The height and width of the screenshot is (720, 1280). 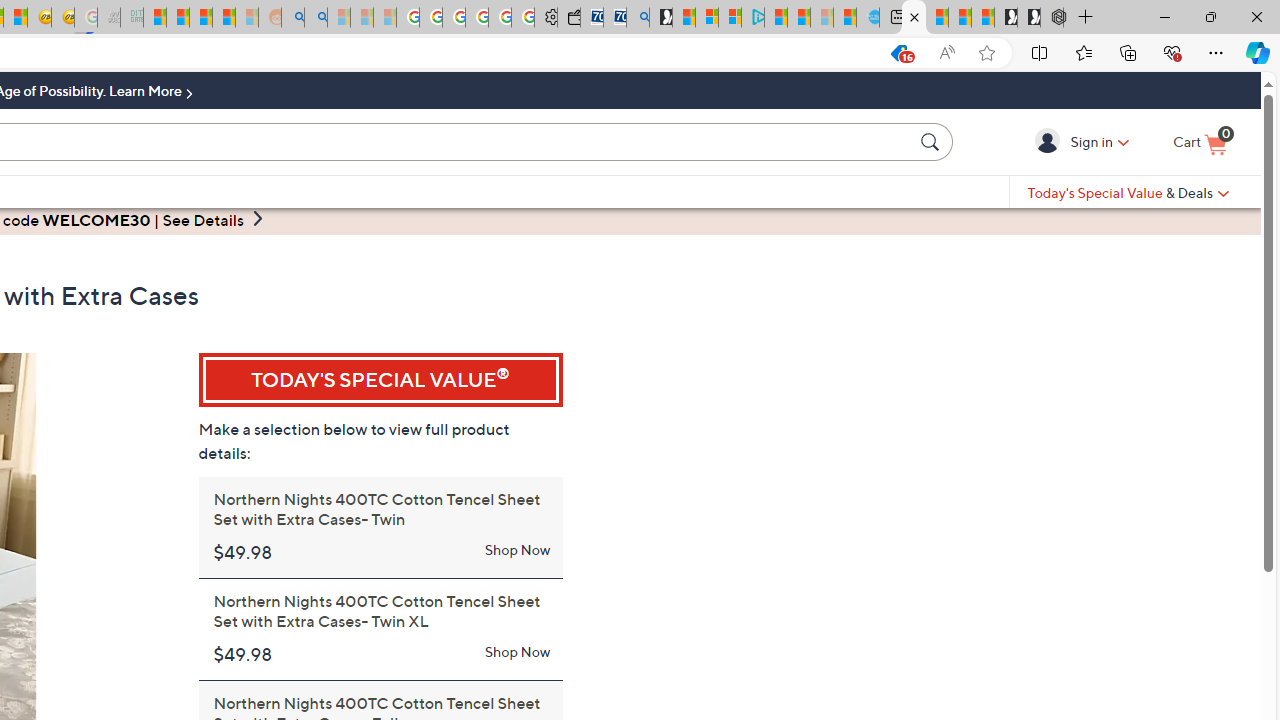 I want to click on 'Search Submit', so click(x=932, y=140).